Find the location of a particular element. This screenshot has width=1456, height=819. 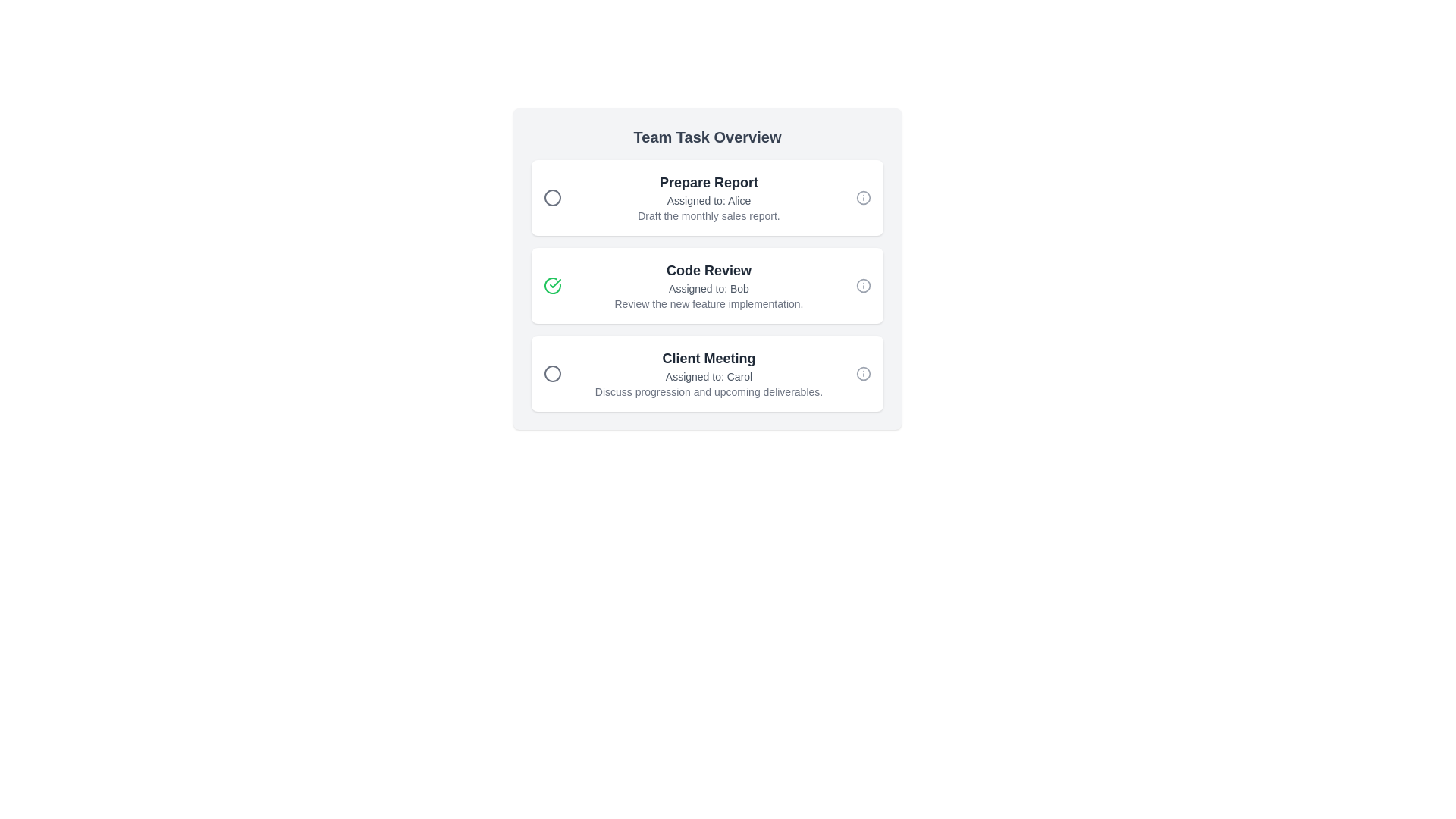

the Text Label element that reads 'Discuss progression and upcoming deliverables.' located within the 'Client Meeting' task box, positioned below 'Assigned to: Carol' is located at coordinates (708, 391).